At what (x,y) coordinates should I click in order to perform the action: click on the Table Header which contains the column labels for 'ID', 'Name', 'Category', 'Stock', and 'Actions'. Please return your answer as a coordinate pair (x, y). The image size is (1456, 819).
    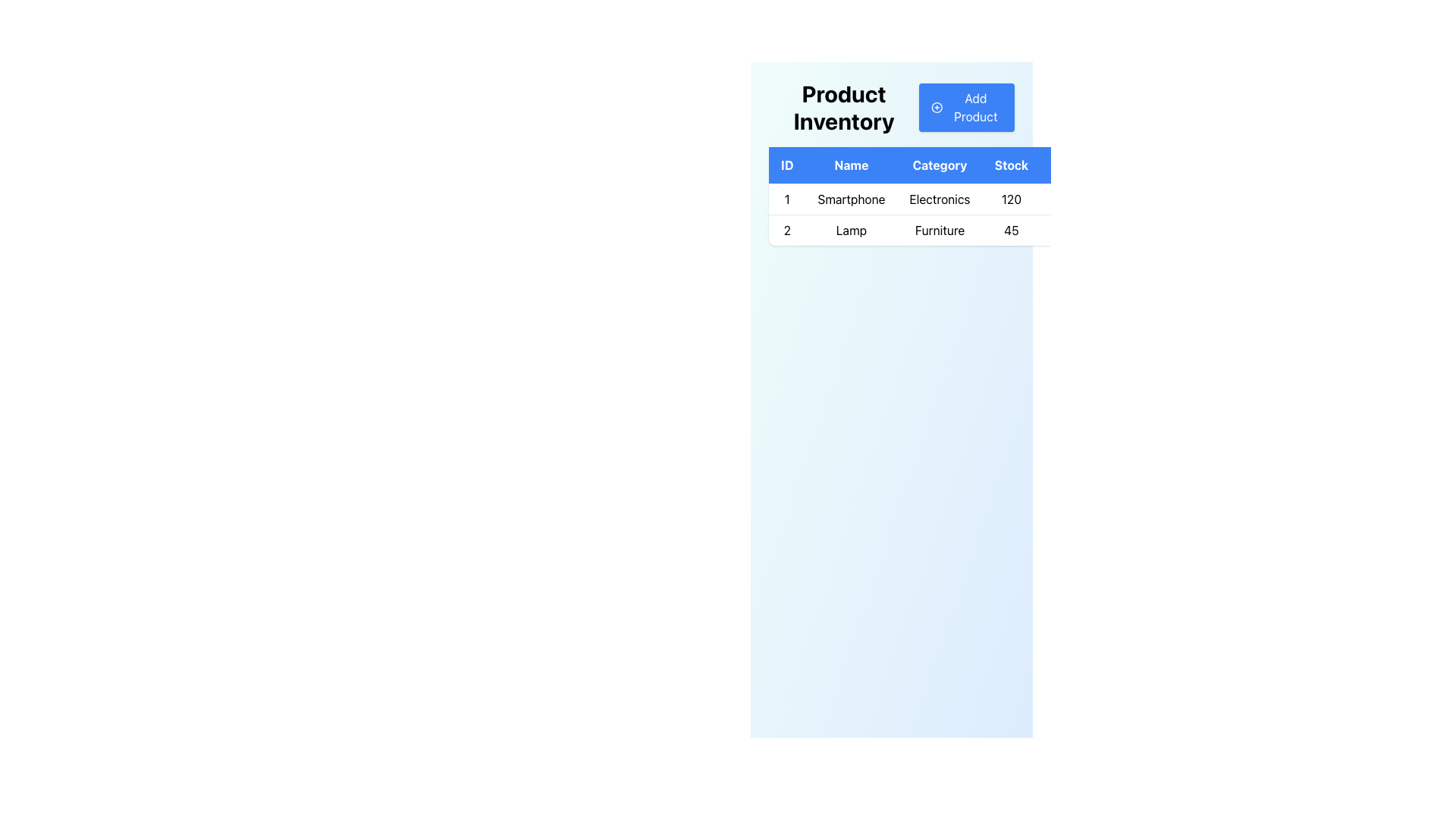
    Looking at the image, I should click on (938, 165).